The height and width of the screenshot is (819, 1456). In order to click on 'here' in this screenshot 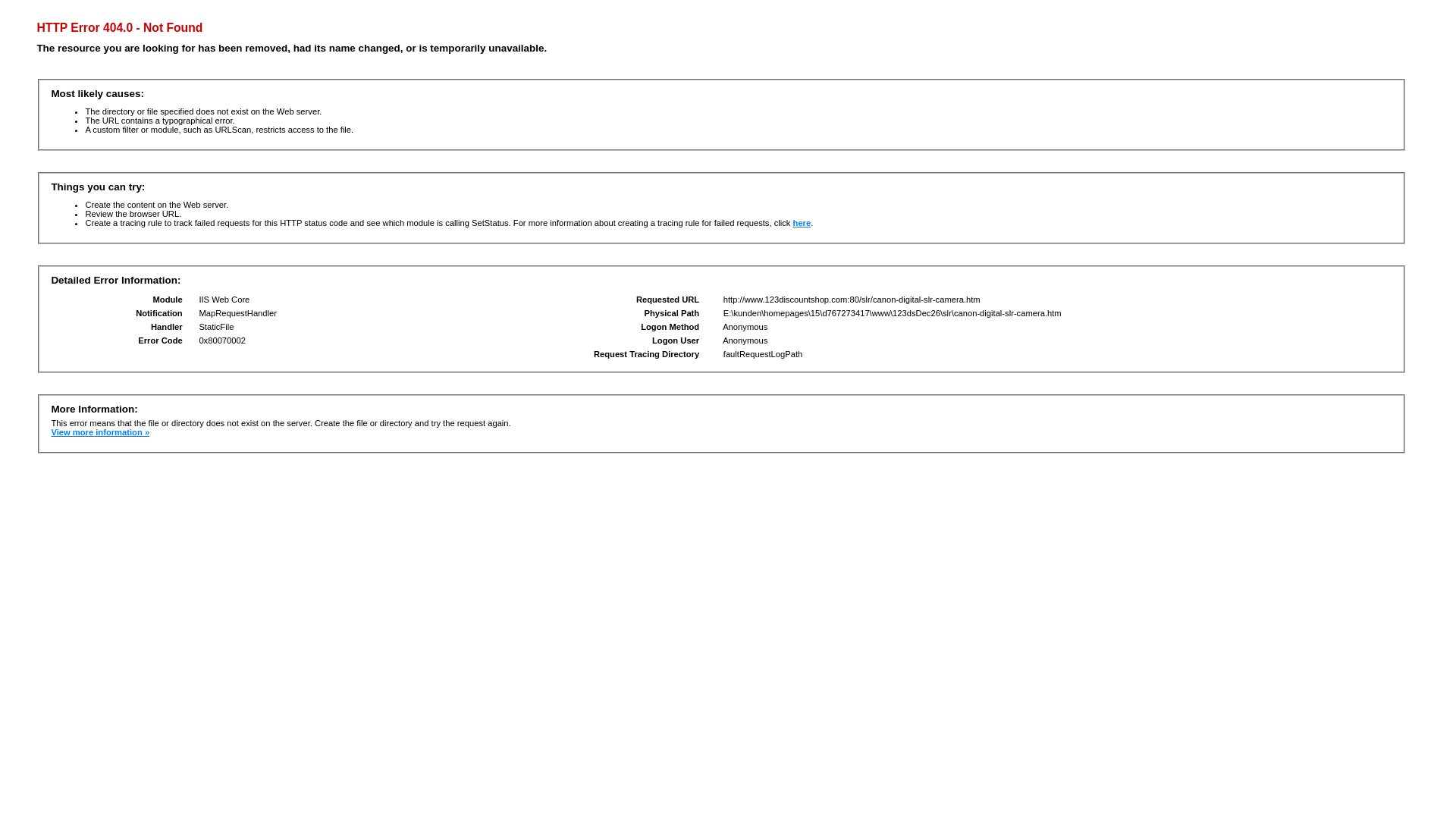, I will do `click(801, 222)`.